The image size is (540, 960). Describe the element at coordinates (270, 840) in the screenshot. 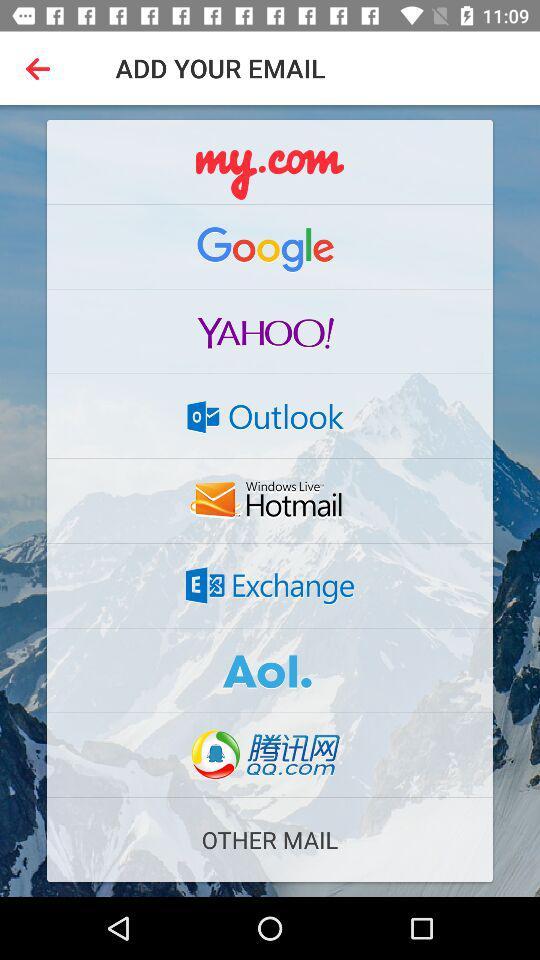

I see `the other mail icon` at that location.